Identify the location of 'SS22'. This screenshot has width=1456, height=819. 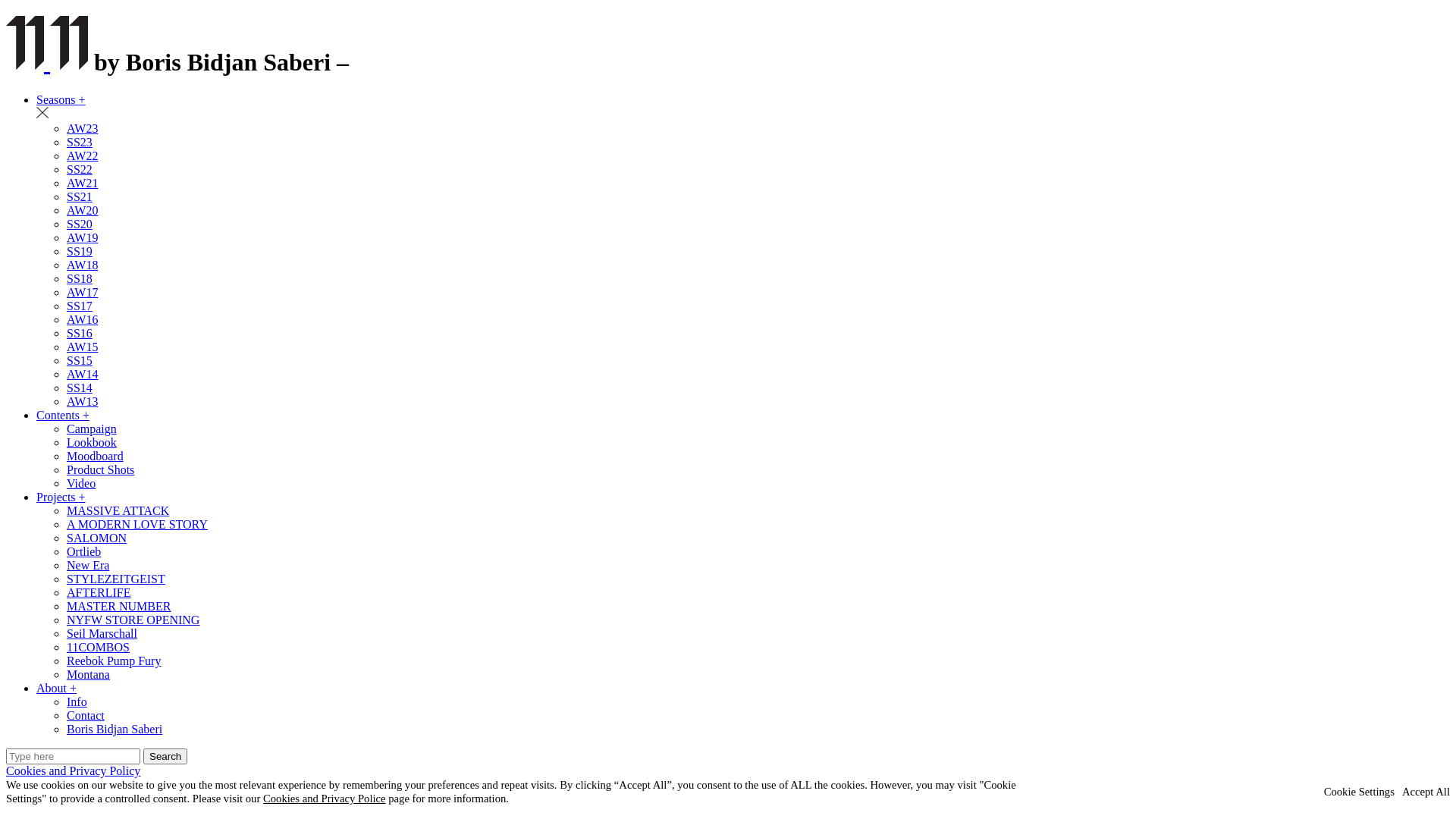
(79, 169).